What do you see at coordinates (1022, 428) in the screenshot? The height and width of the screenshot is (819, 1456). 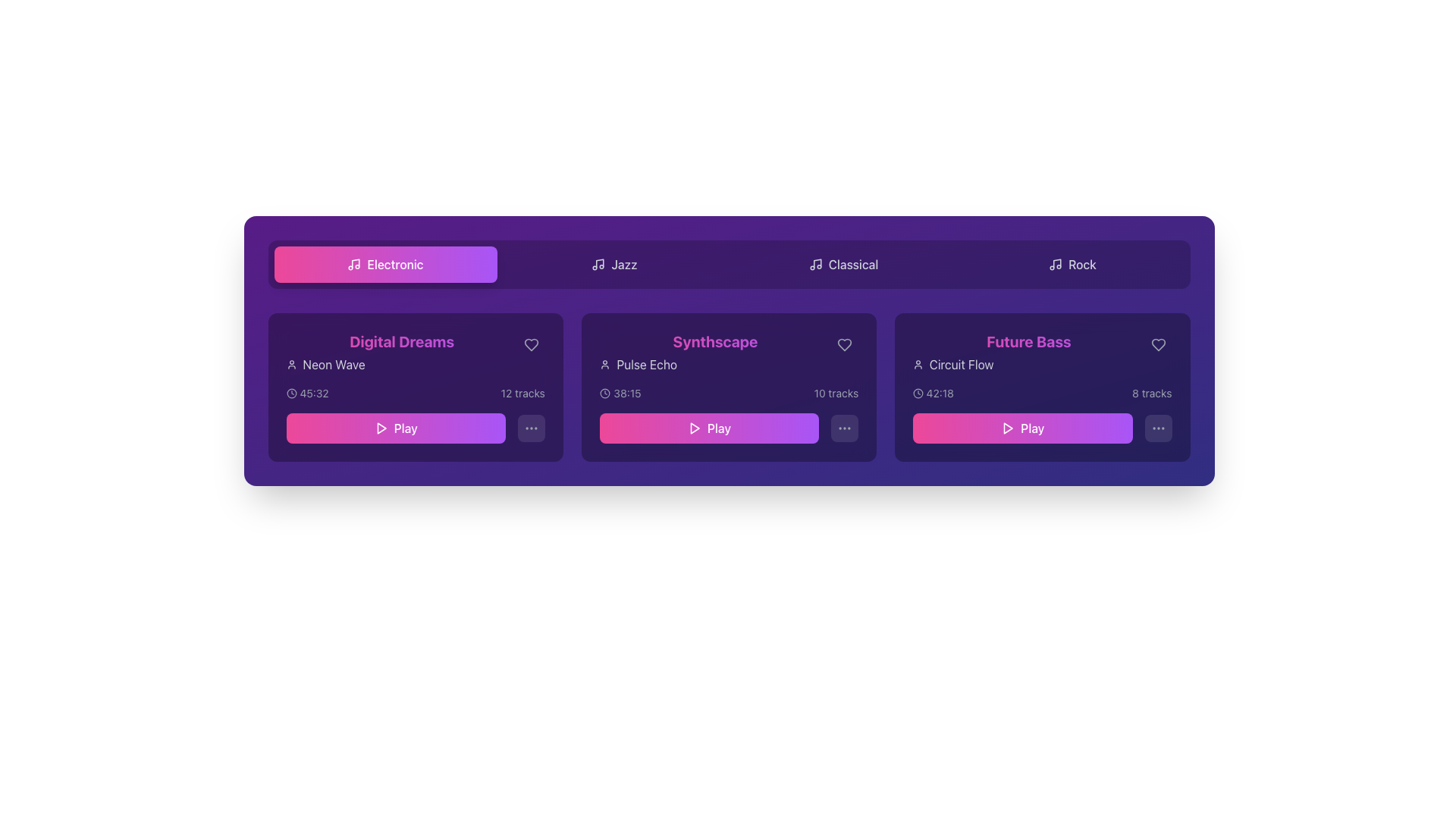 I see `the playback button located at the bottom-center of the 'Future Bass' card` at bounding box center [1022, 428].